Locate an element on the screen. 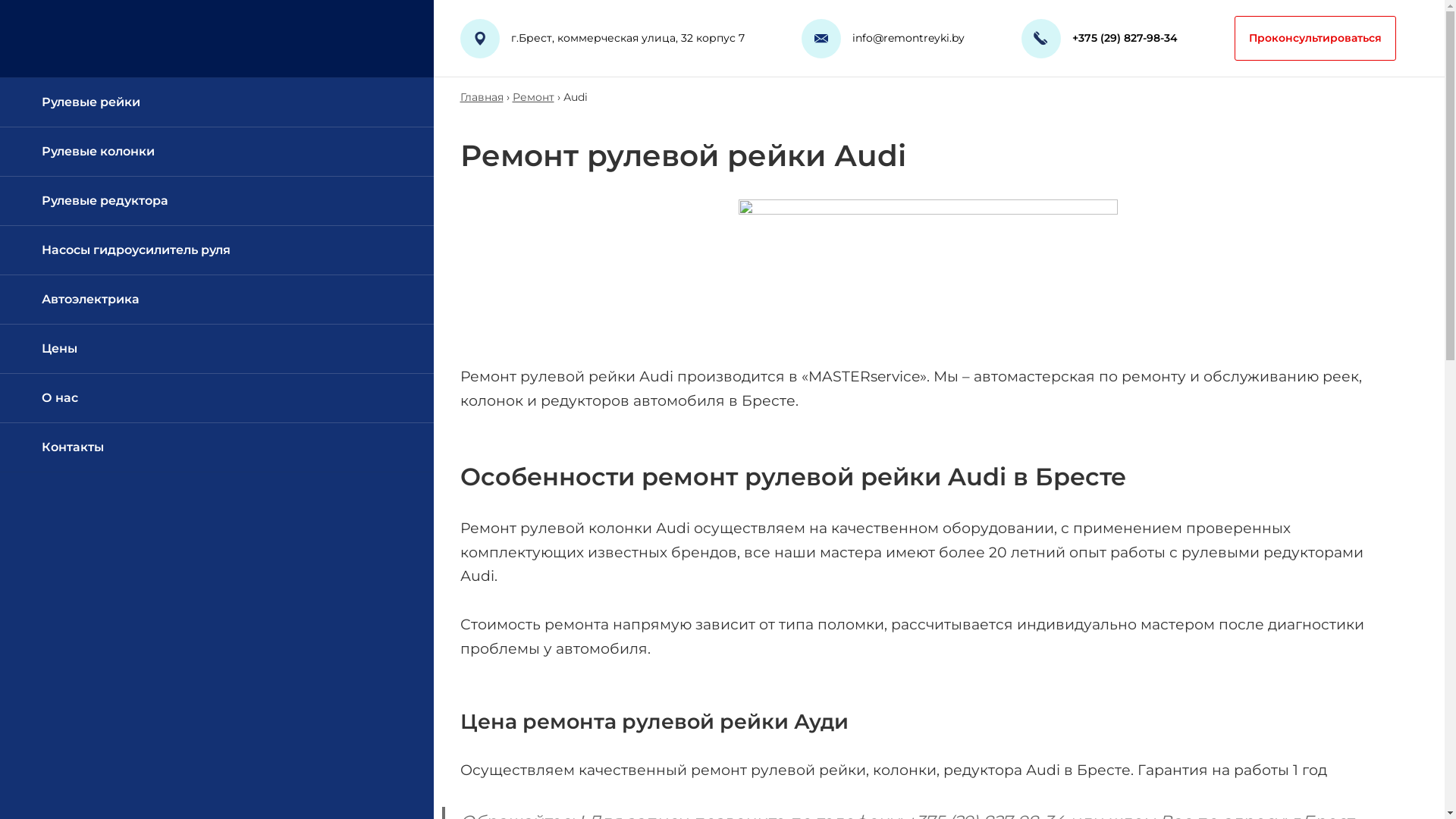 Image resolution: width=1456 pixels, height=819 pixels. 'info@remontreyki.by' is located at coordinates (908, 37).